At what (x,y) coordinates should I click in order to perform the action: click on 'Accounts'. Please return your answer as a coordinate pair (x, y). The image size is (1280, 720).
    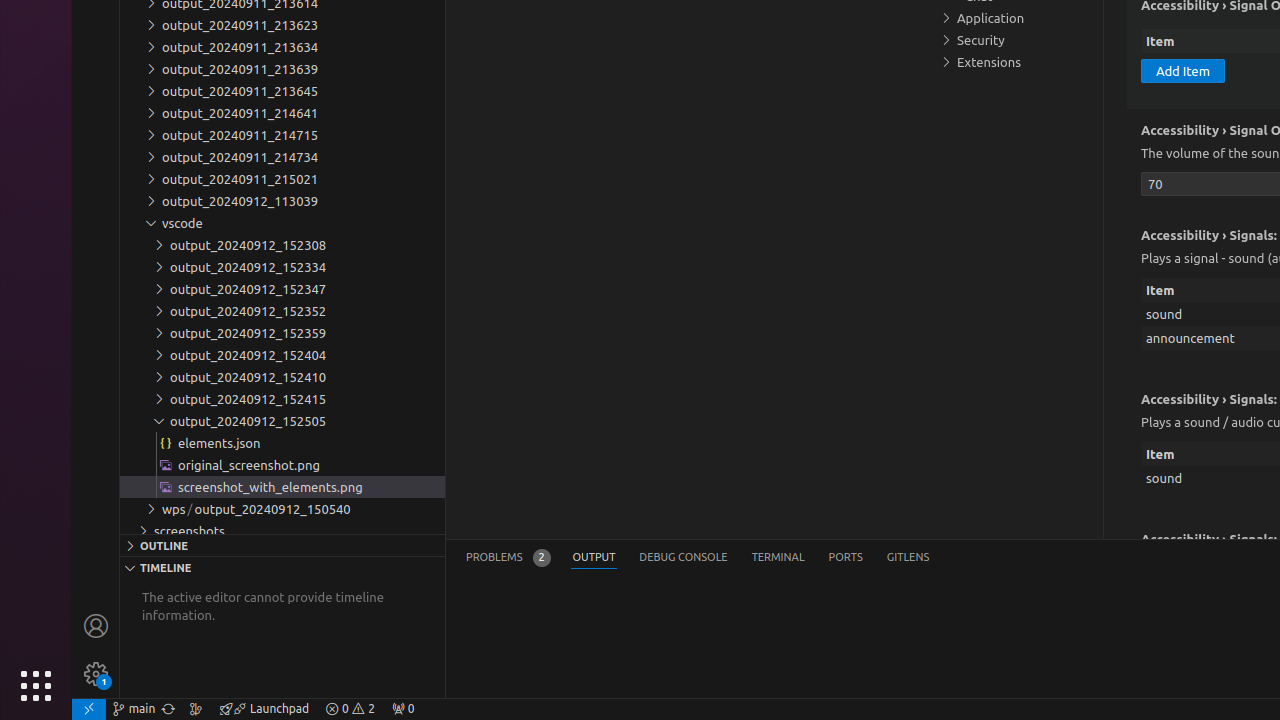
    Looking at the image, I should click on (95, 624).